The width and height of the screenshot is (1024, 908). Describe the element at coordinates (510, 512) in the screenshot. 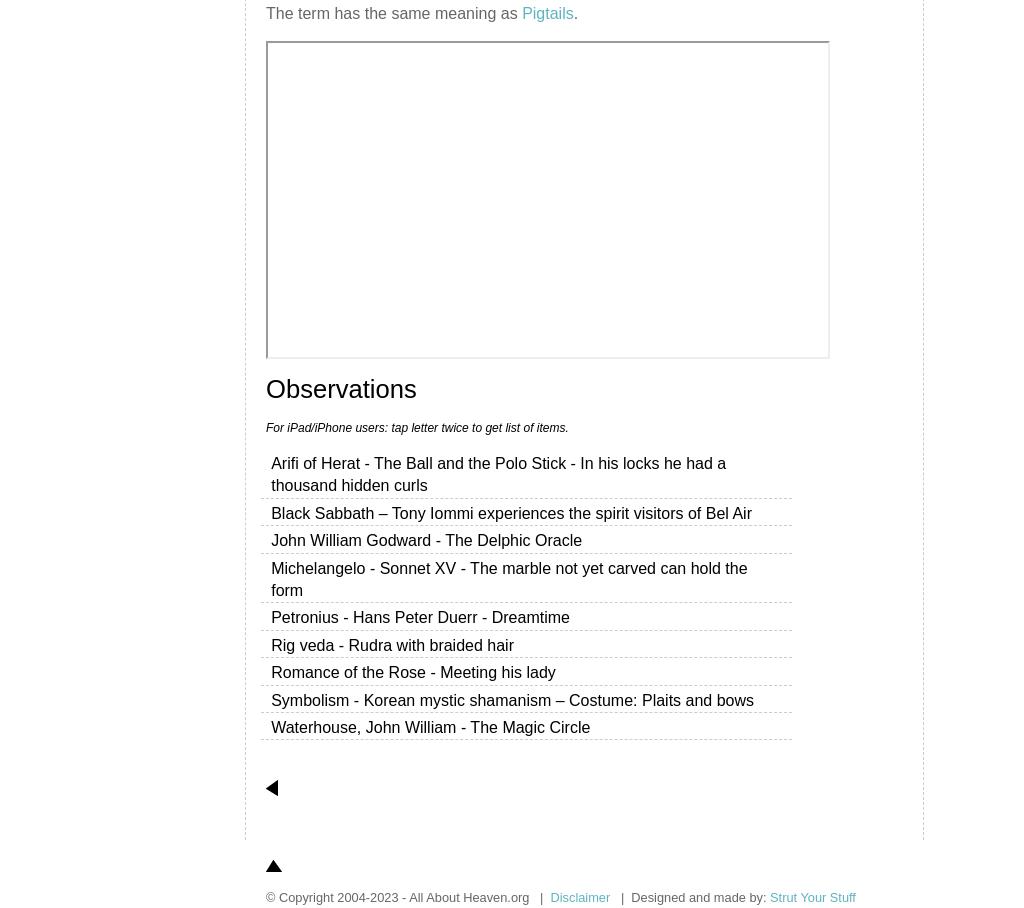

I see `'Black Sabbath – Tony Iommi experiences the spirit visitors of Bel Air'` at that location.